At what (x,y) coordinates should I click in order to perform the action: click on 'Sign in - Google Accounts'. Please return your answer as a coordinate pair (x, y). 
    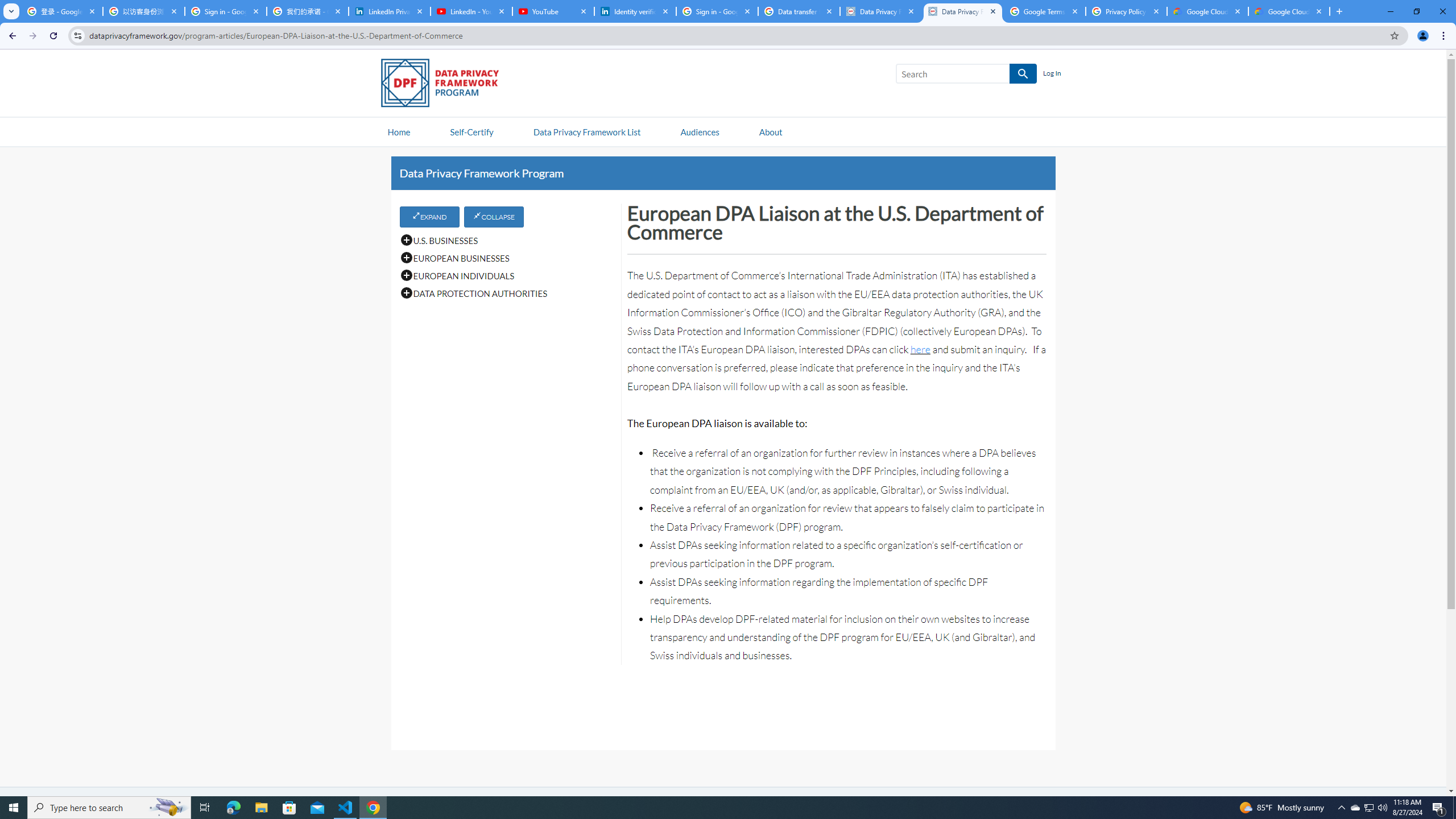
    Looking at the image, I should click on (225, 11).